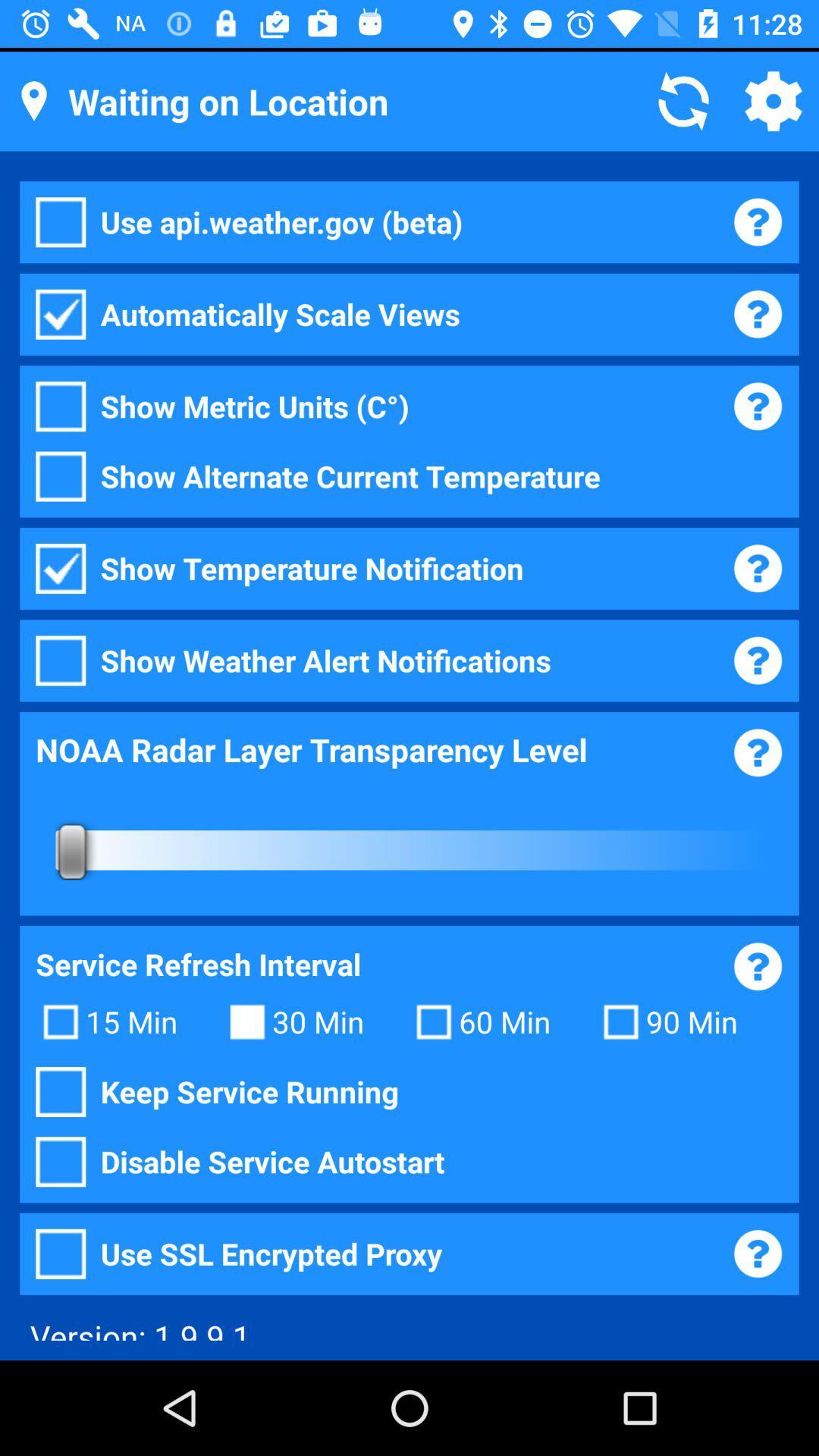 The width and height of the screenshot is (819, 1456). What do you see at coordinates (758, 221) in the screenshot?
I see `the help icon` at bounding box center [758, 221].